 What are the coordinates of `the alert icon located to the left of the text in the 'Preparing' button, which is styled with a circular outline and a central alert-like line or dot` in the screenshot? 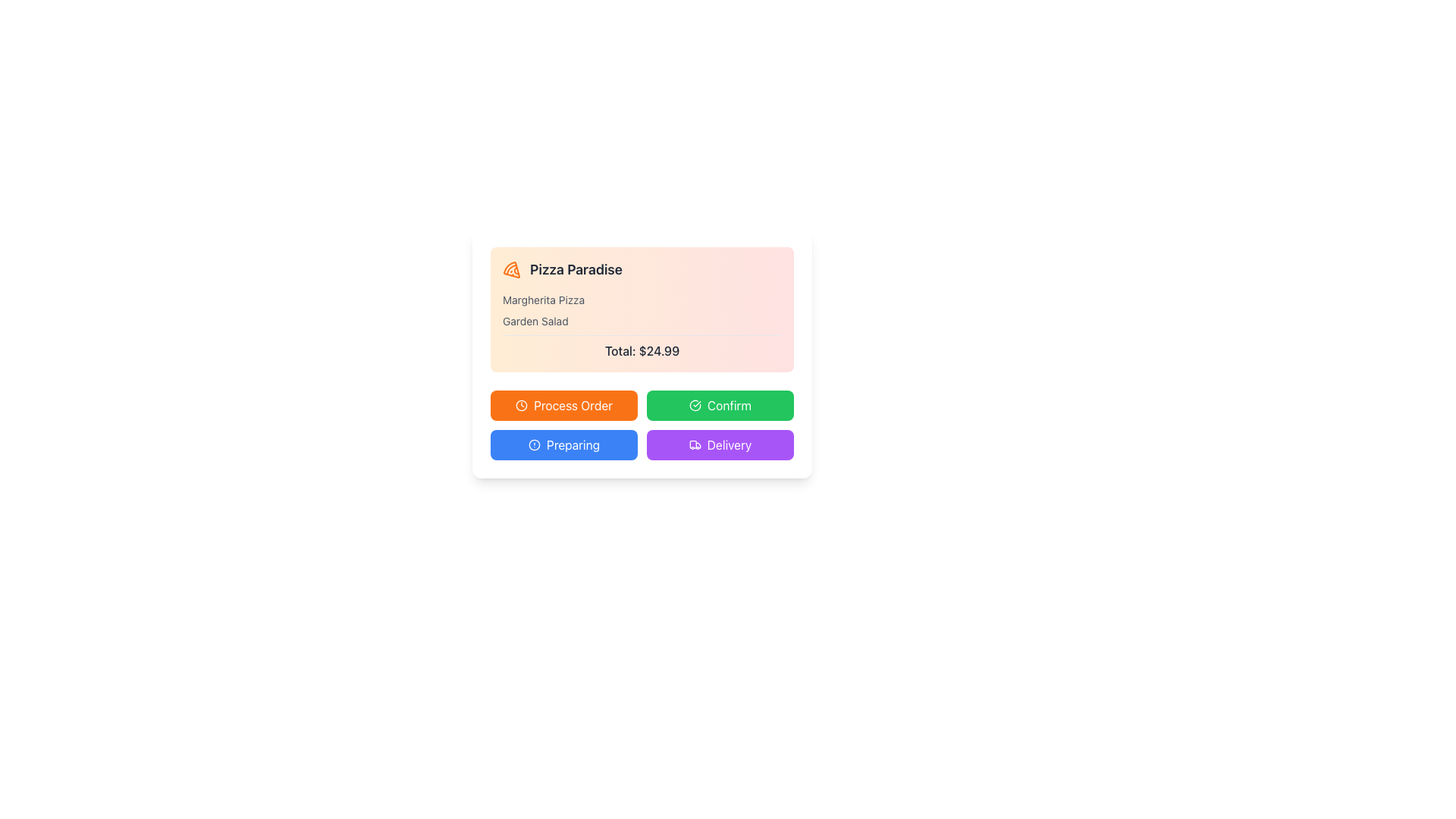 It's located at (535, 444).